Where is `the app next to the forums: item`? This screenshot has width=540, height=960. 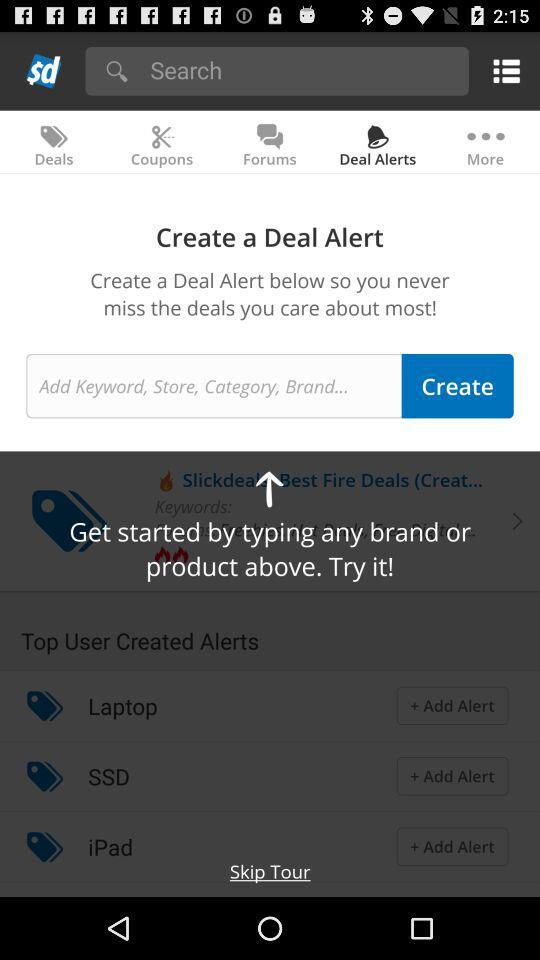 the app next to the forums: item is located at coordinates (351, 528).